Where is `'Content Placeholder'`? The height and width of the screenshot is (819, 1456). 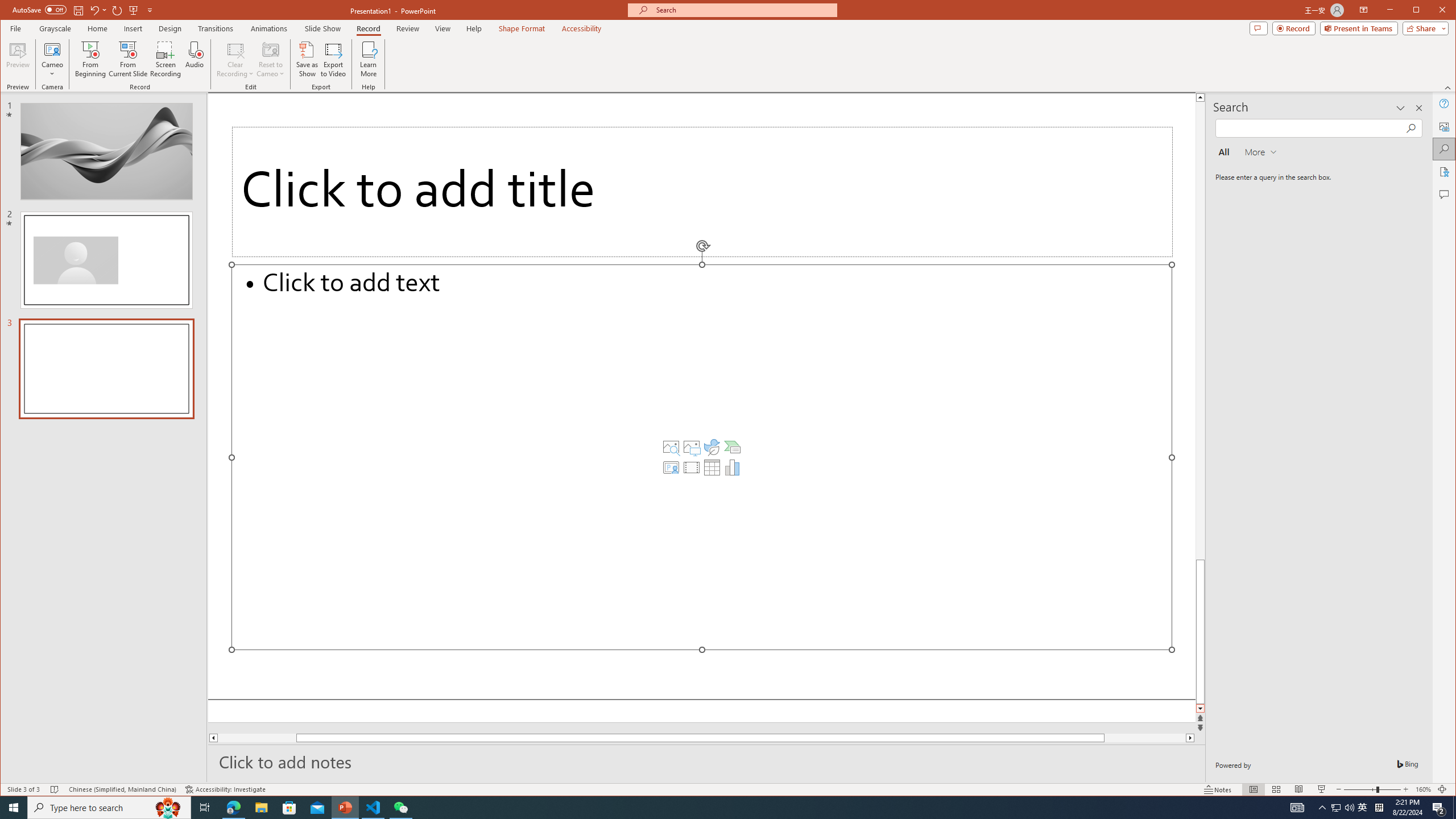
'Content Placeholder' is located at coordinates (701, 457).